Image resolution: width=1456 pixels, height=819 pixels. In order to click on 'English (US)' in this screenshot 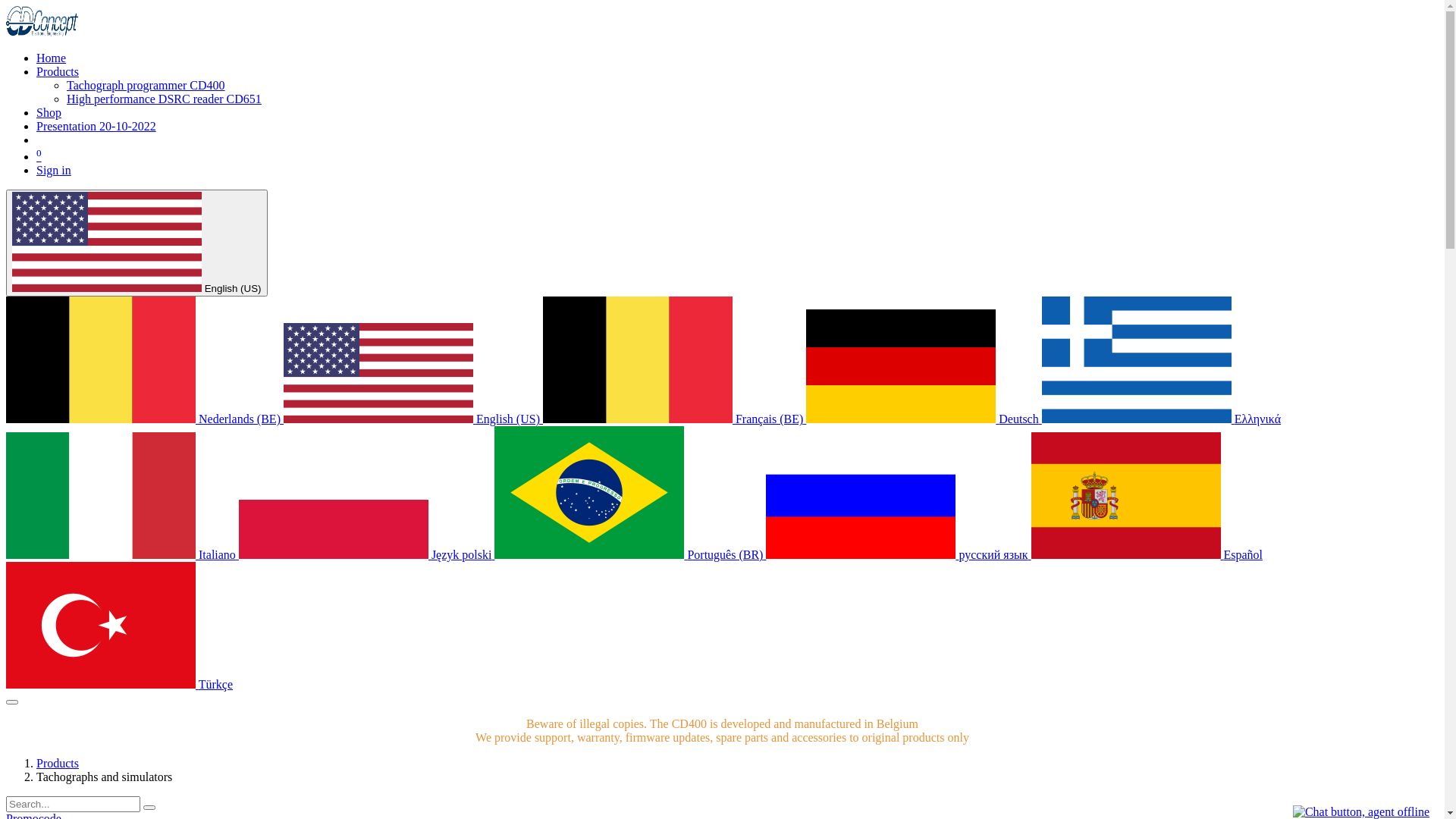, I will do `click(6, 242)`.